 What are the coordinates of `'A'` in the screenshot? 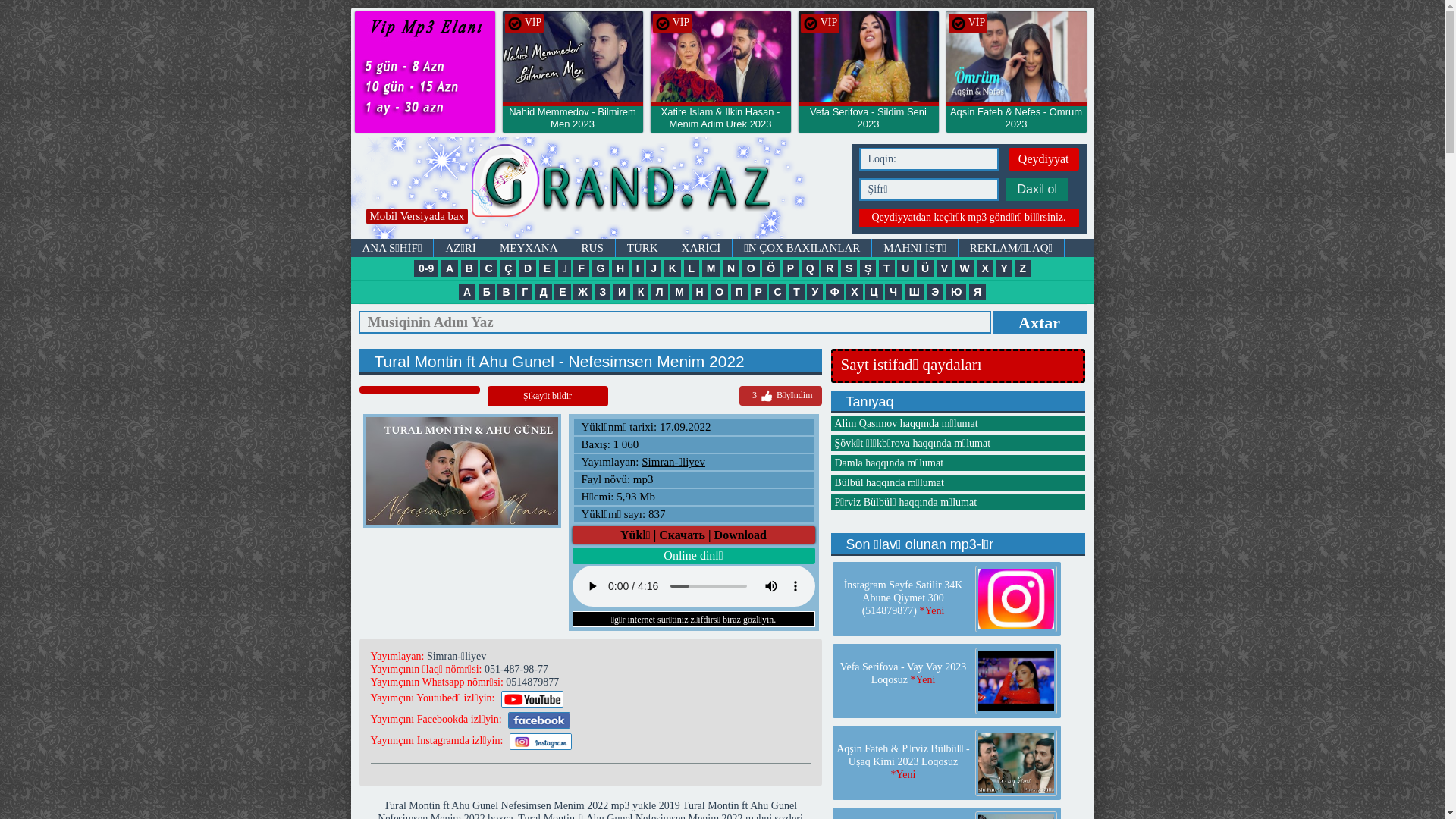 It's located at (449, 268).